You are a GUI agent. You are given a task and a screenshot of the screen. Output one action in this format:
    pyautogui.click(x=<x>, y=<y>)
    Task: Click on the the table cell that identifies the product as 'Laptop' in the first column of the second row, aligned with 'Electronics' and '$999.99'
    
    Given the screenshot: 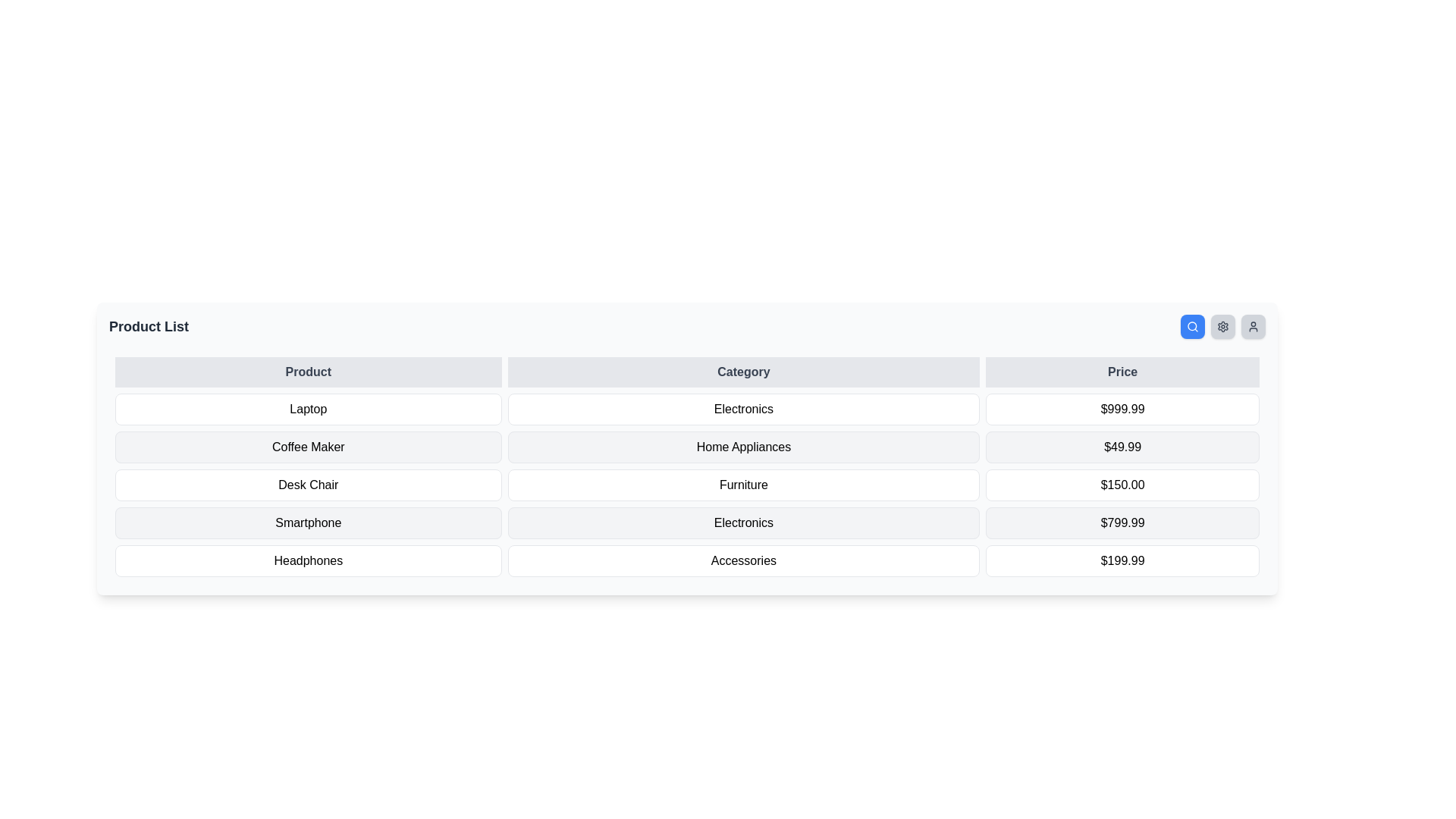 What is the action you would take?
    pyautogui.click(x=307, y=409)
    